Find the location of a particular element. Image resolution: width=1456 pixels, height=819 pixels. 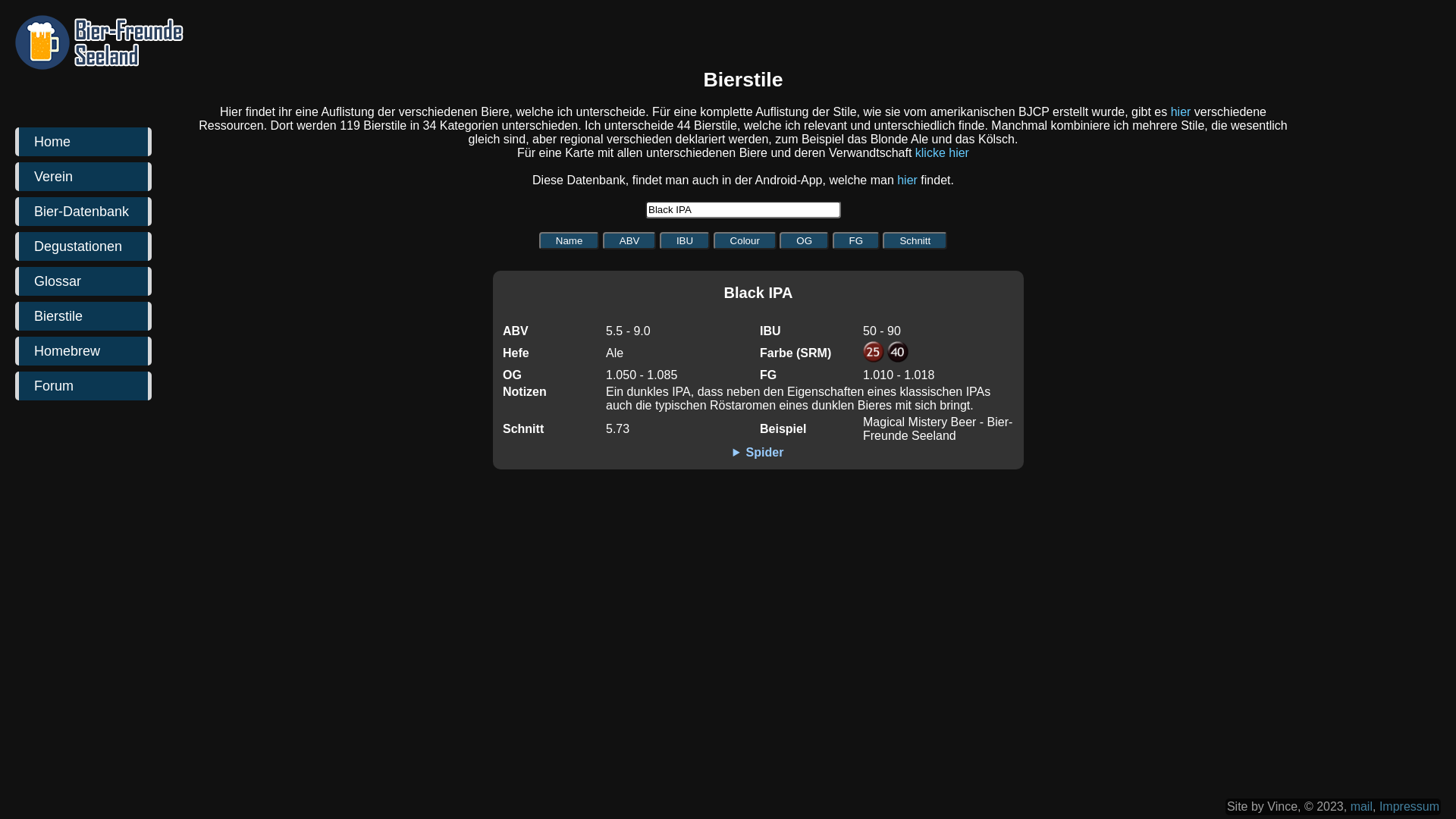

'Verein' is located at coordinates (83, 175).